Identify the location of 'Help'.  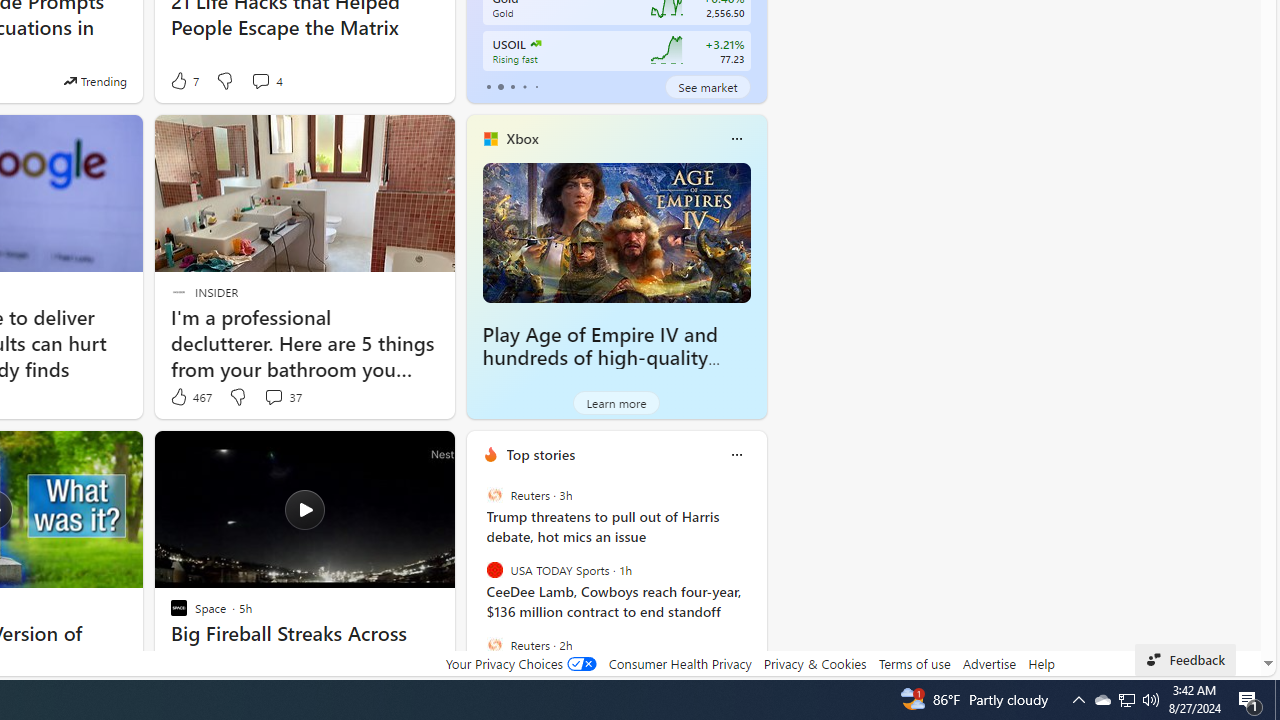
(1040, 663).